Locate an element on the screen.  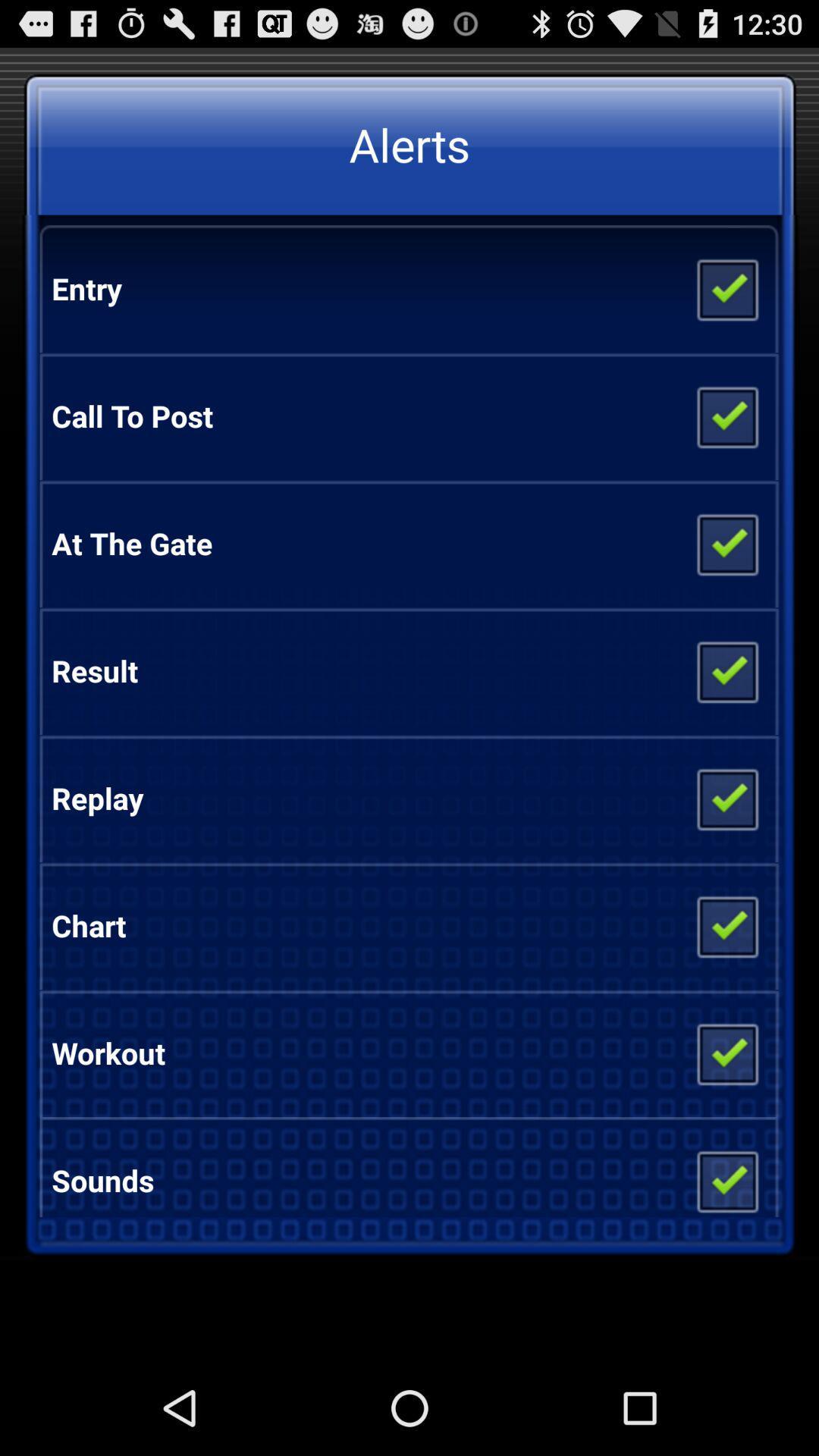
option is located at coordinates (726, 797).